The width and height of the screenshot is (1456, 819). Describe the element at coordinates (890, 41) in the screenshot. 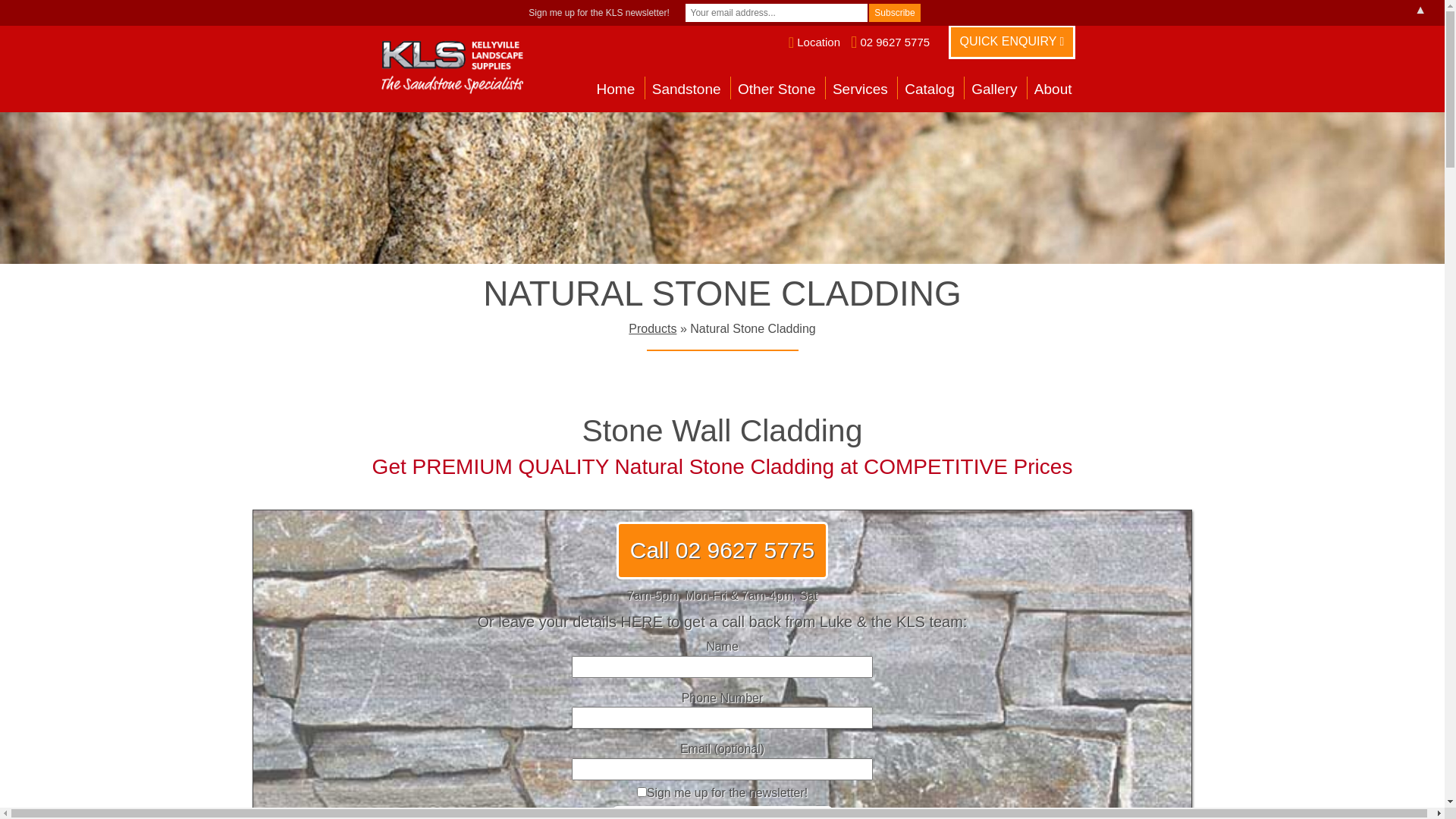

I see `'02 9627 5775'` at that location.